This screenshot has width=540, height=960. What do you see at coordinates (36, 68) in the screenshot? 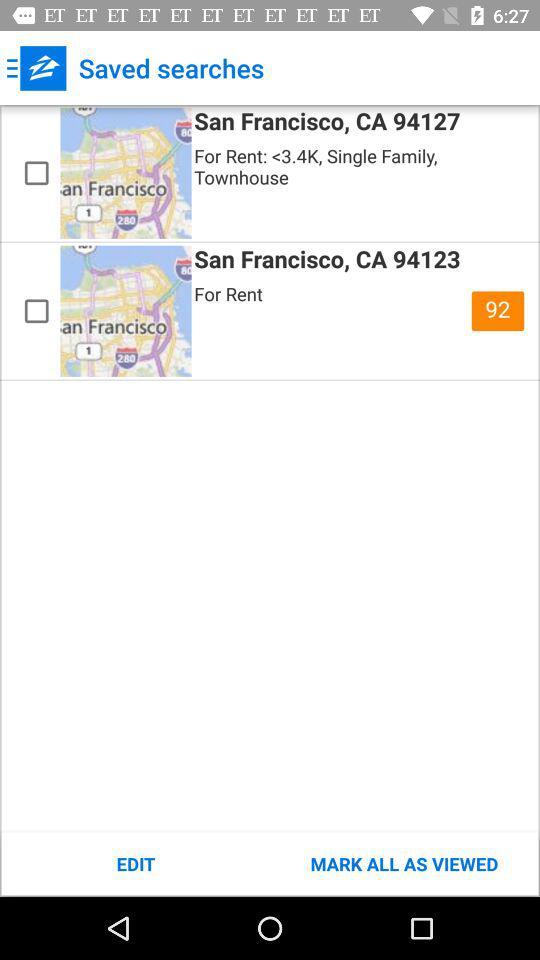
I see `app to the left of the saved searches` at bounding box center [36, 68].